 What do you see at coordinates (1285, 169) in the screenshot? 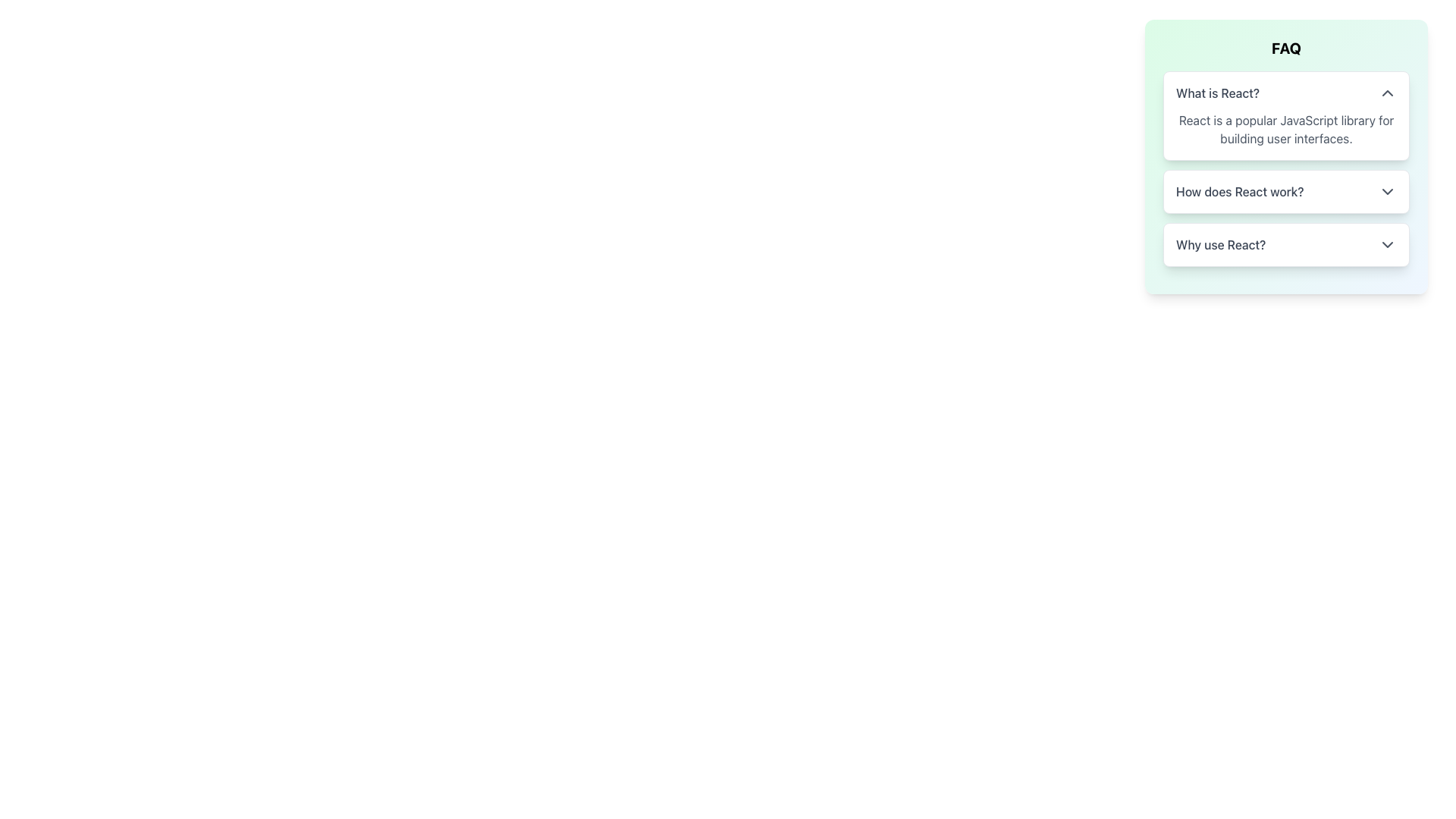
I see `the second FAQ item titled 'How does React work?' in the FAQ section, which has collapsible functionality indicated by a chevron icon` at bounding box center [1285, 169].